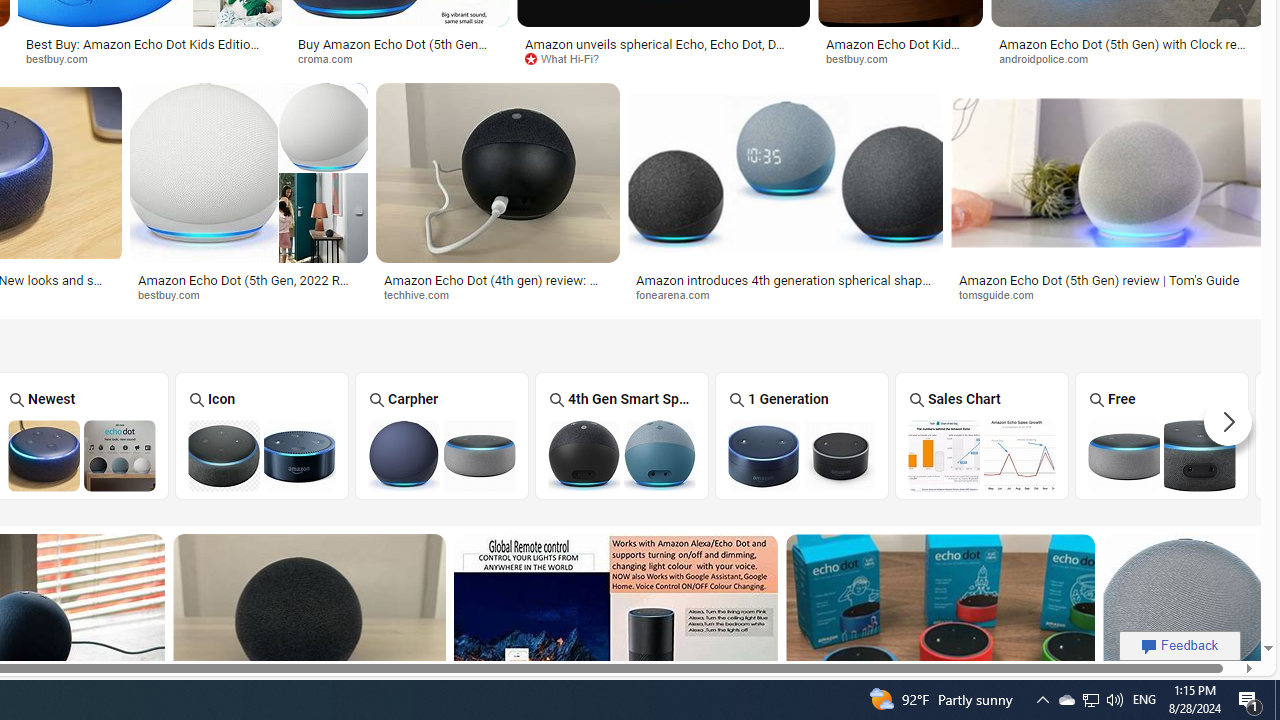 This screenshot has height=720, width=1280. Describe the element at coordinates (621, 434) in the screenshot. I see `'4th Gen Smart Speaker Alexa'` at that location.